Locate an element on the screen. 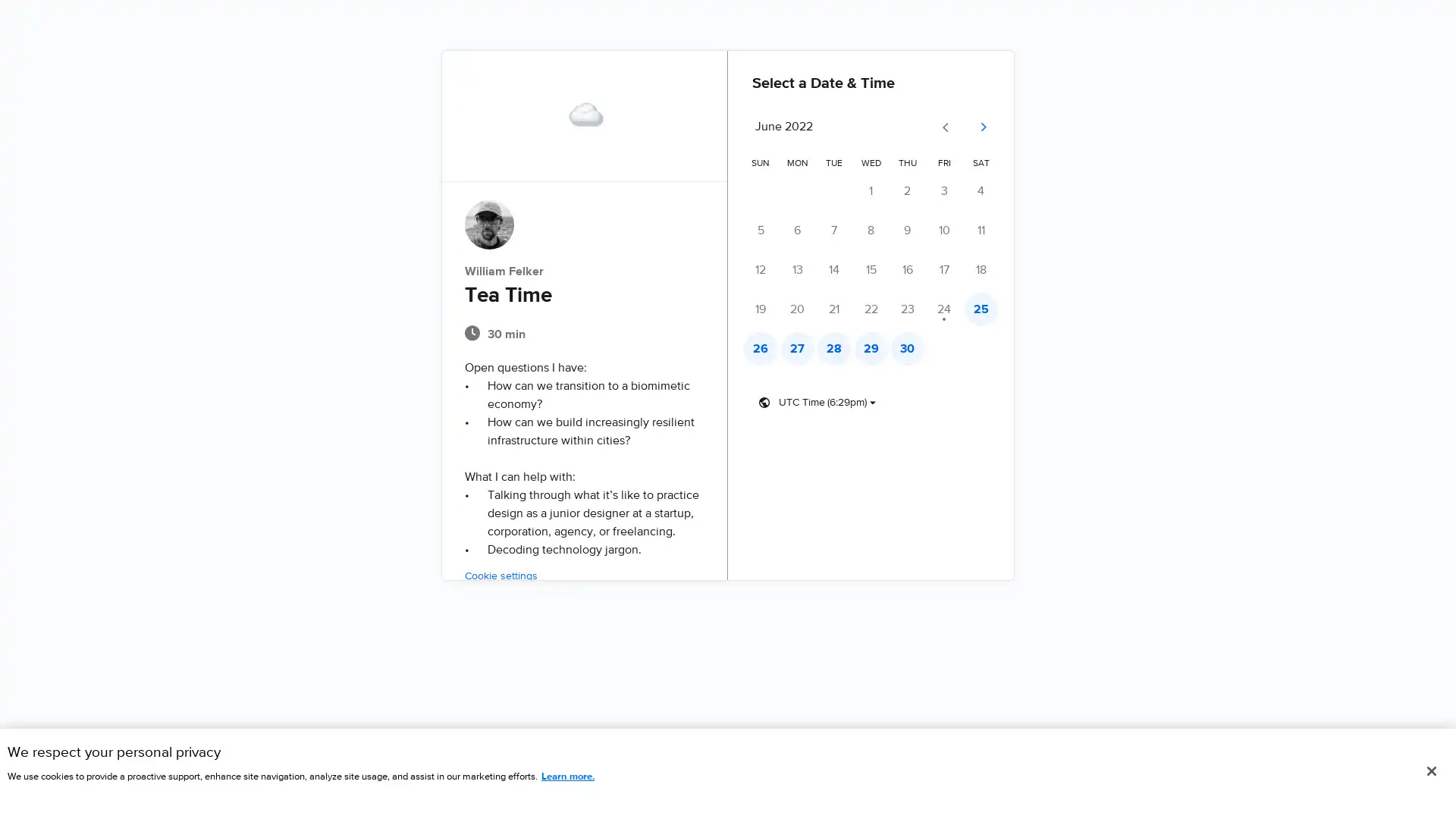  Wednesday, June 29 - Times available is located at coordinates (878, 348).